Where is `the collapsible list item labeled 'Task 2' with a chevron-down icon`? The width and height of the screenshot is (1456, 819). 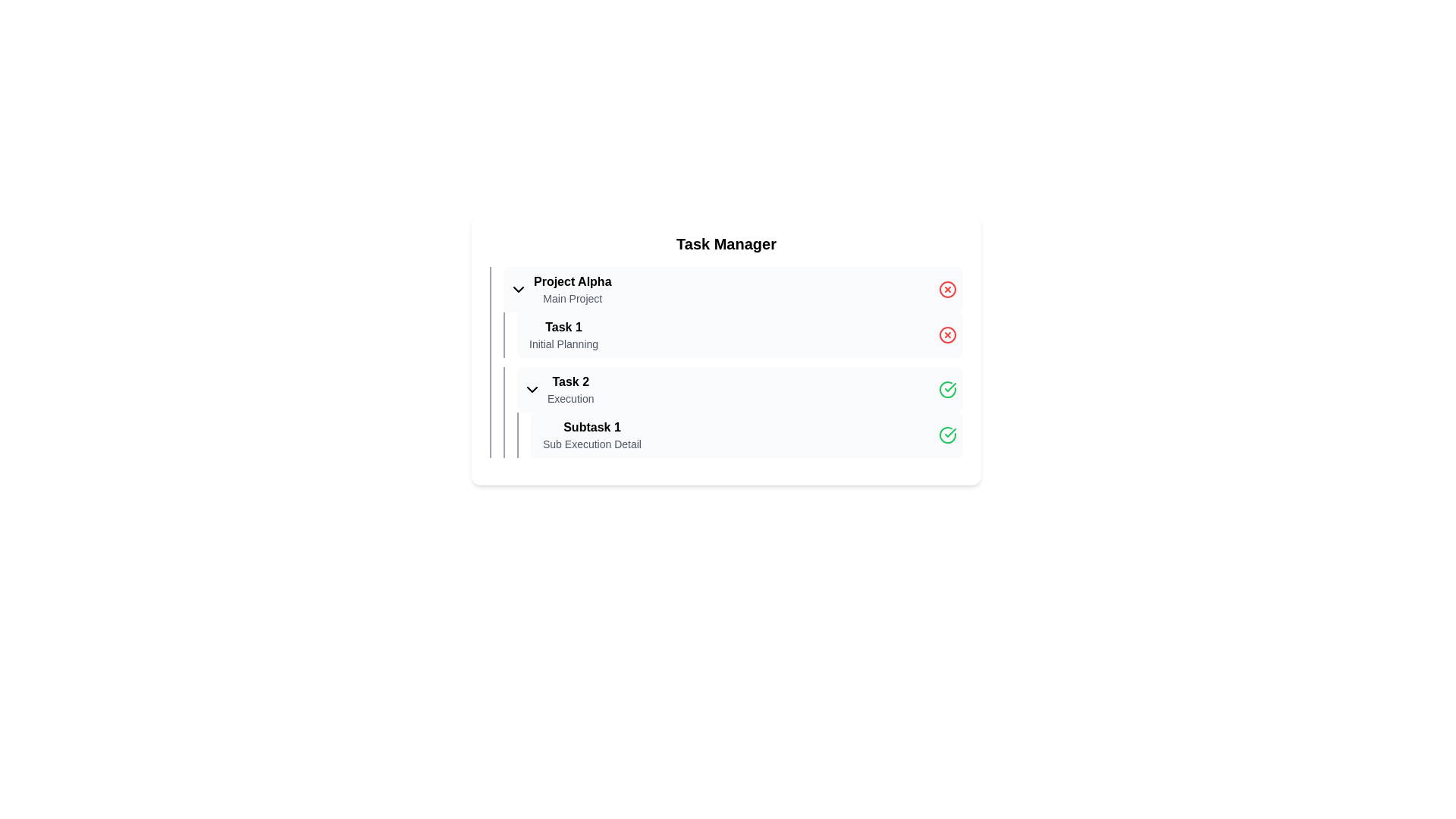
the collapsible list item labeled 'Task 2' with a chevron-down icon is located at coordinates (557, 388).